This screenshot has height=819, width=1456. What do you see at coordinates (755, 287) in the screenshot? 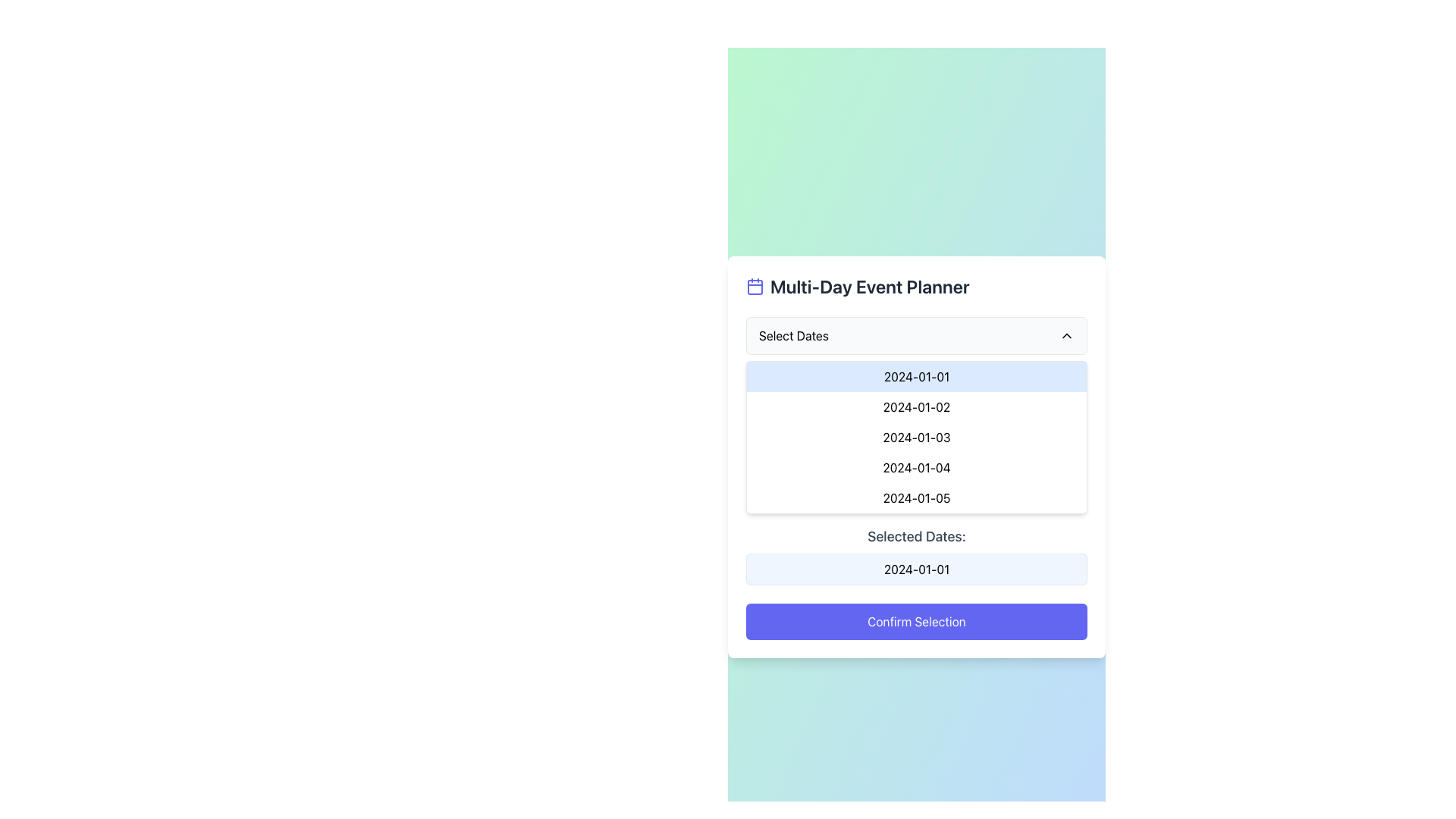
I see `the calendar icon, which is a purple square with rounded corners, located at the start of the 'Multi-Day Event Planner' title bar` at bounding box center [755, 287].